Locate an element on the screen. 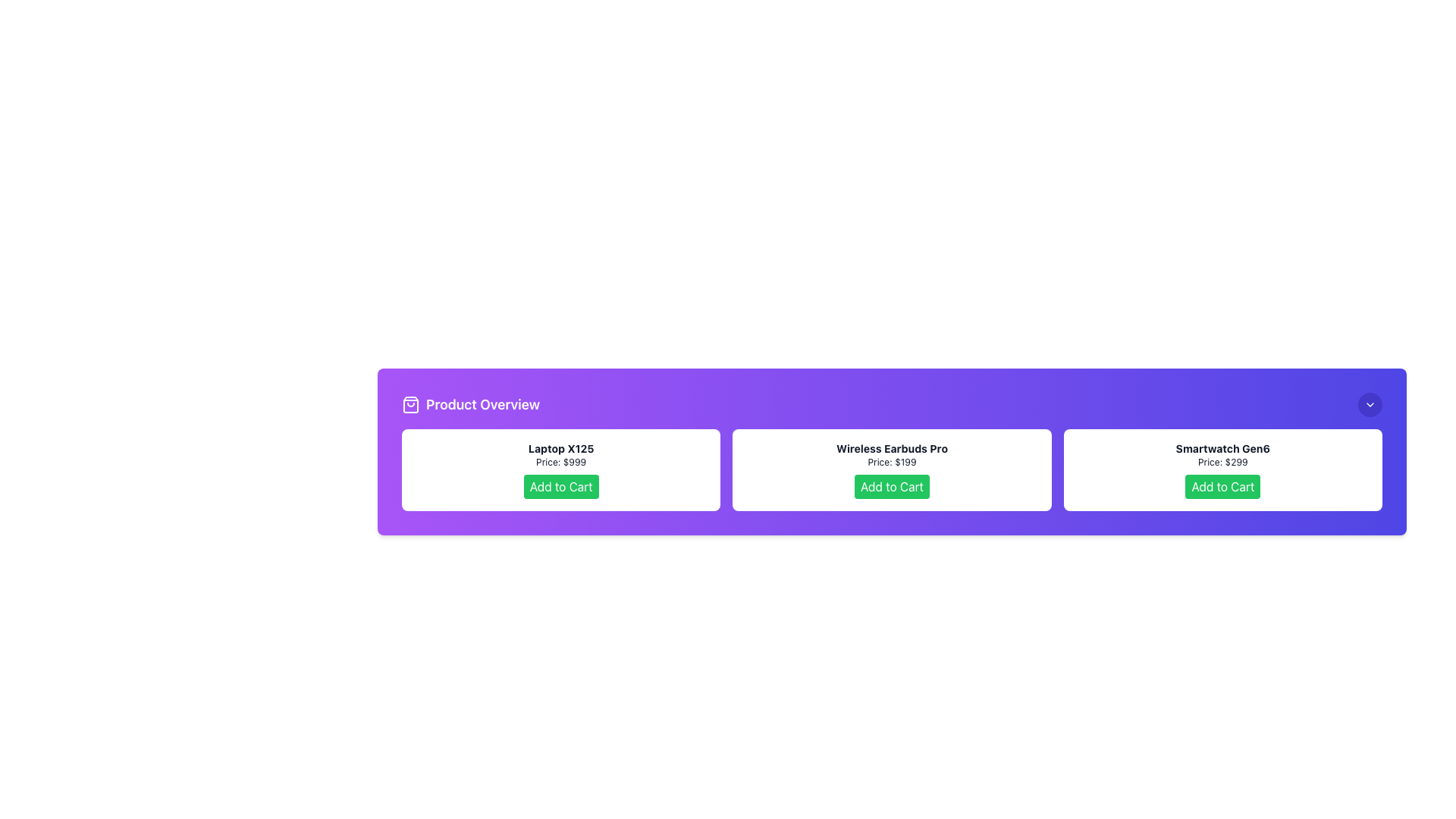 This screenshot has height=819, width=1456. the 'Add to Cart' button for the product 'Smartwatch Gen6' is located at coordinates (1222, 486).